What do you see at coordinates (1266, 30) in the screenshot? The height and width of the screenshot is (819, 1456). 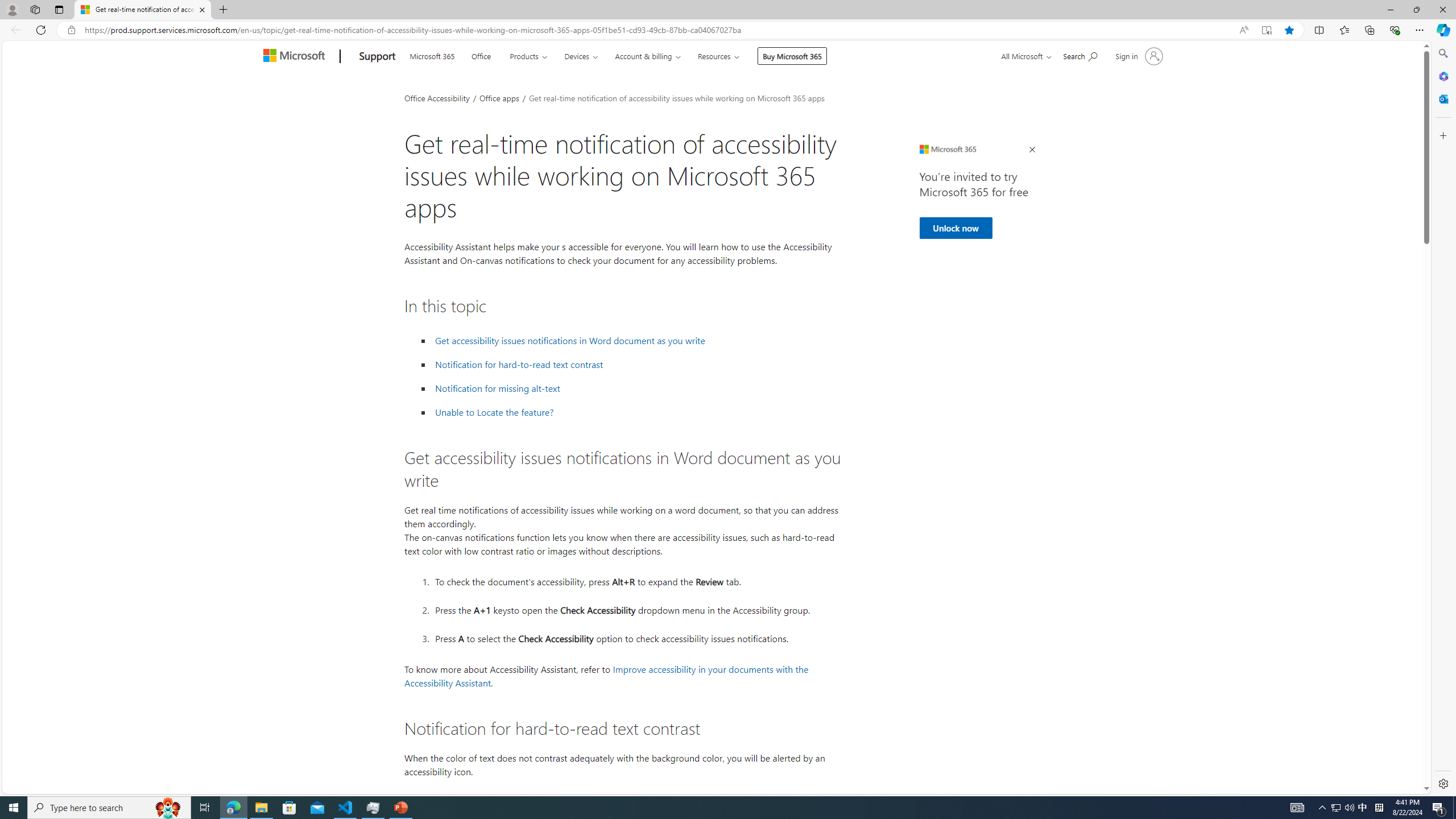 I see `'Enter Immersive Reader (F9)'` at bounding box center [1266, 30].